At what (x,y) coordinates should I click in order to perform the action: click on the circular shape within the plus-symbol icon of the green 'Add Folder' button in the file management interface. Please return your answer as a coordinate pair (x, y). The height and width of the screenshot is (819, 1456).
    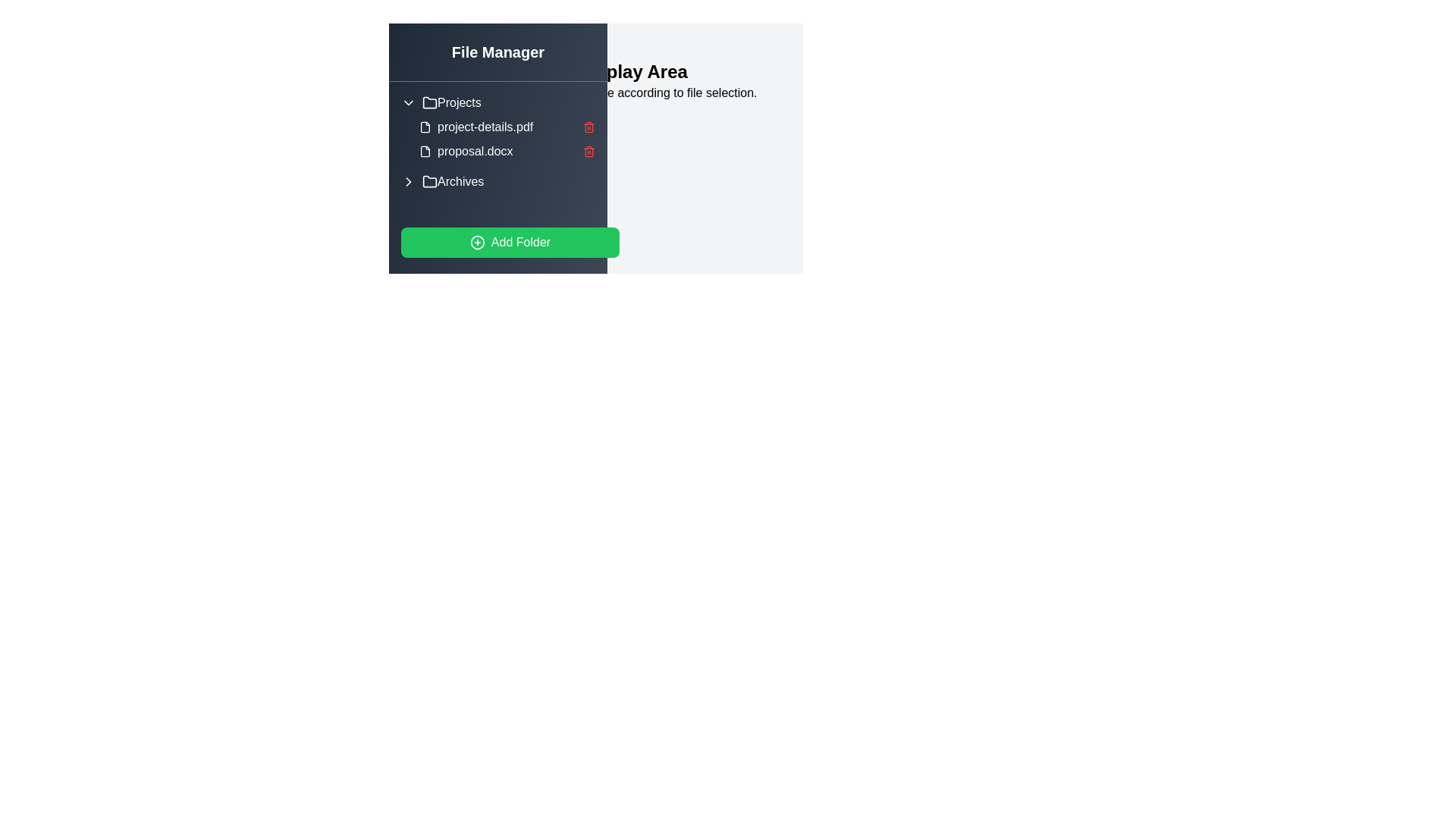
    Looking at the image, I should click on (476, 242).